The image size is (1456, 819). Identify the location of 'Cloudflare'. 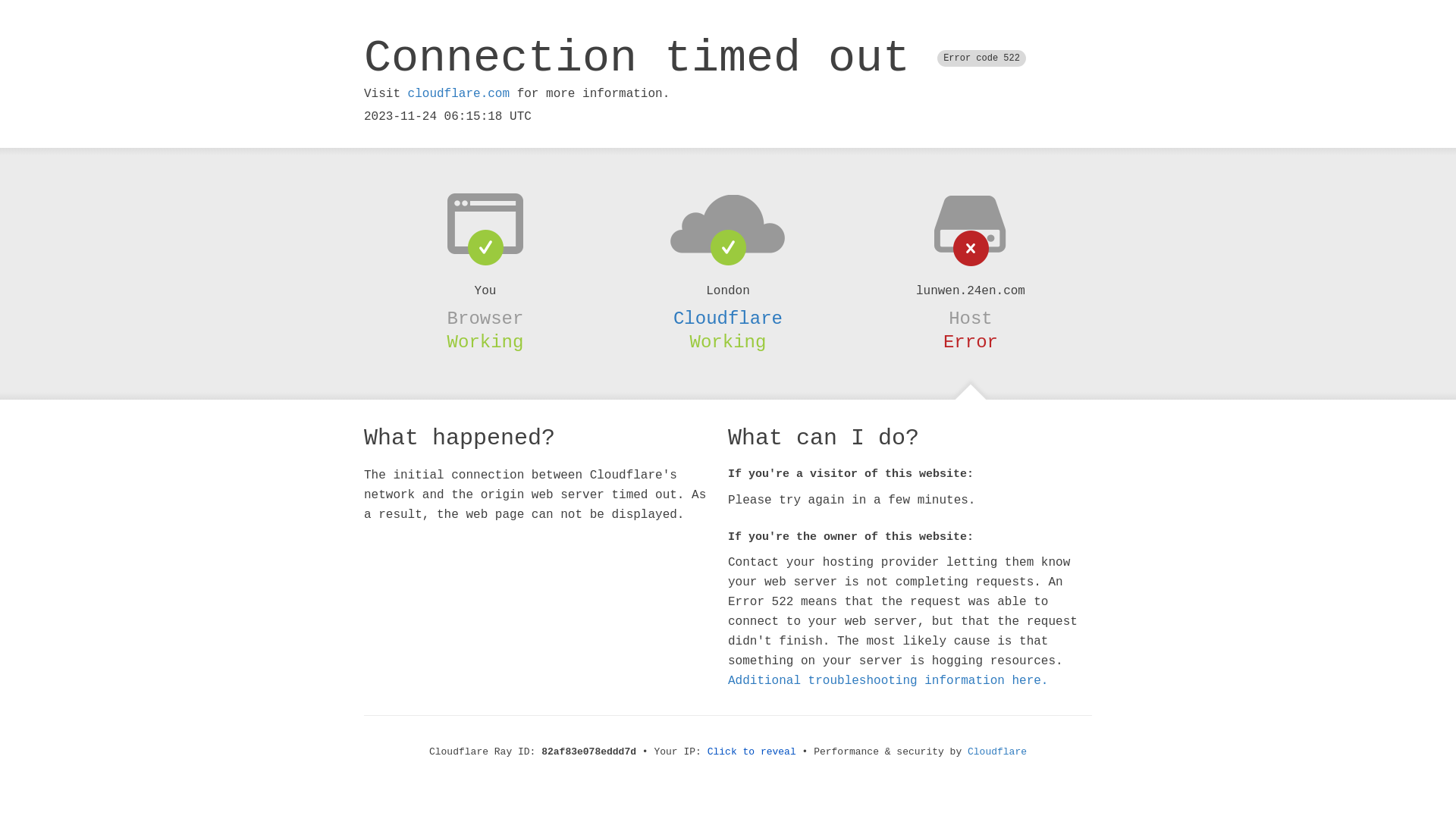
(728, 318).